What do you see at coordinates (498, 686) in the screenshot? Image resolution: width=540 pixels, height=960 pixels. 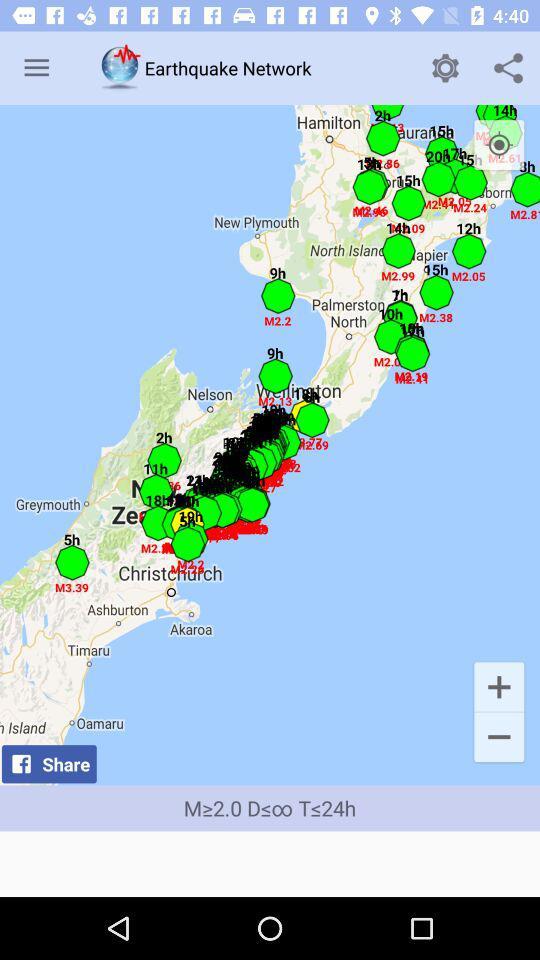 I see `the add icon` at bounding box center [498, 686].